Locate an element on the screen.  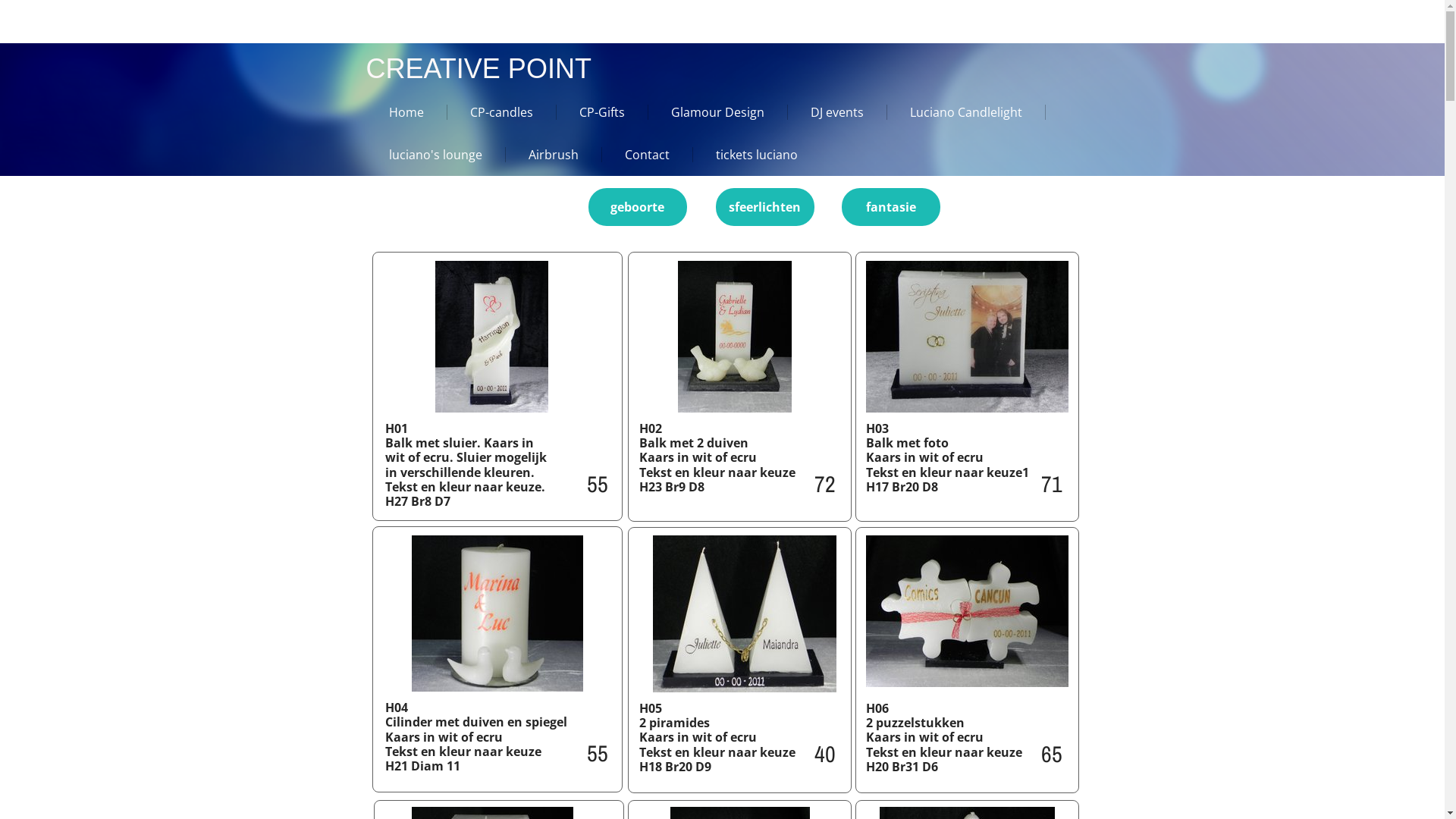
'Contact' is located at coordinates (601, 155).